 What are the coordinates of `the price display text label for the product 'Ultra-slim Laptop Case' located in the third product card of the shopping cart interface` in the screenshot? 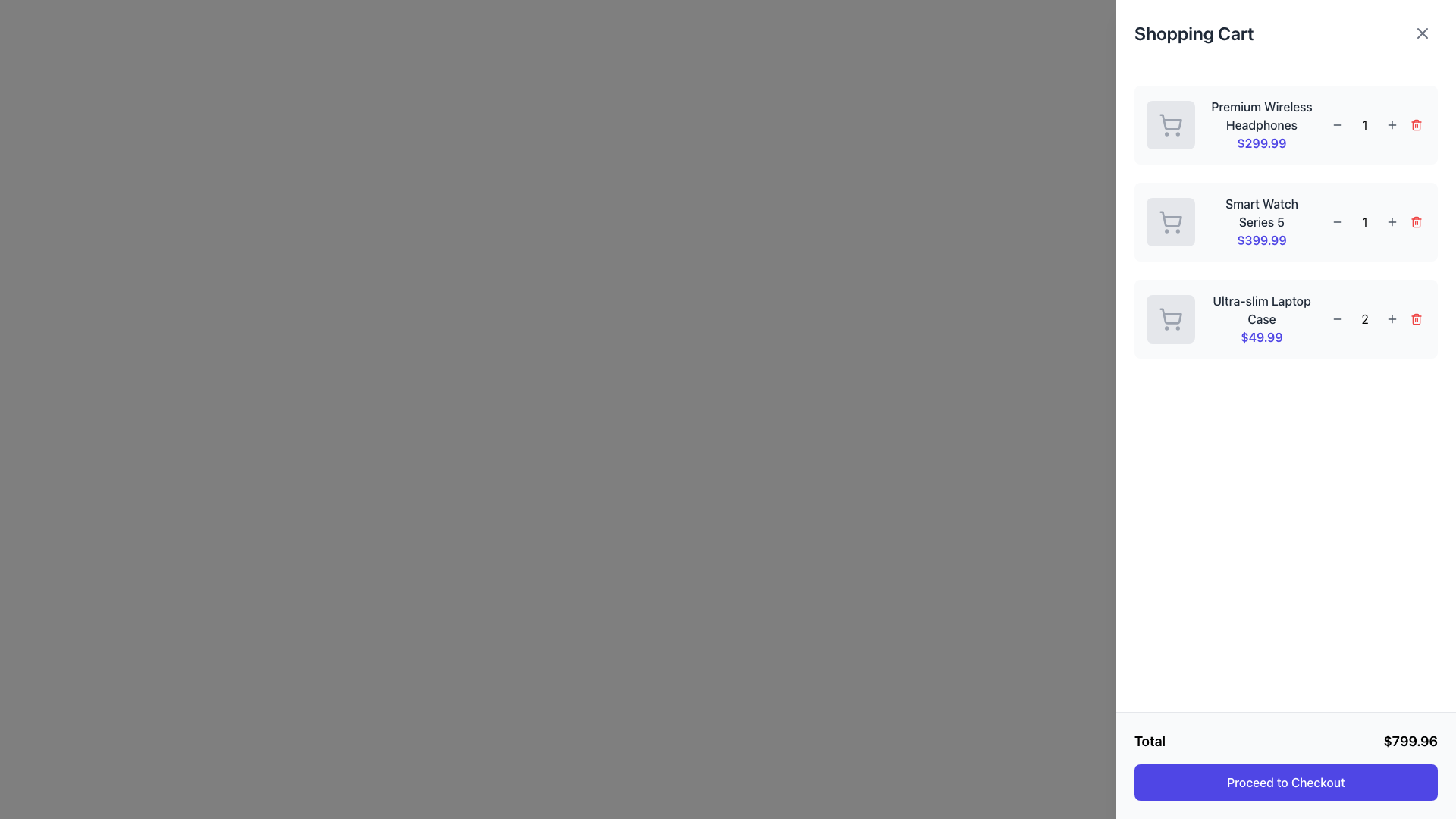 It's located at (1262, 336).